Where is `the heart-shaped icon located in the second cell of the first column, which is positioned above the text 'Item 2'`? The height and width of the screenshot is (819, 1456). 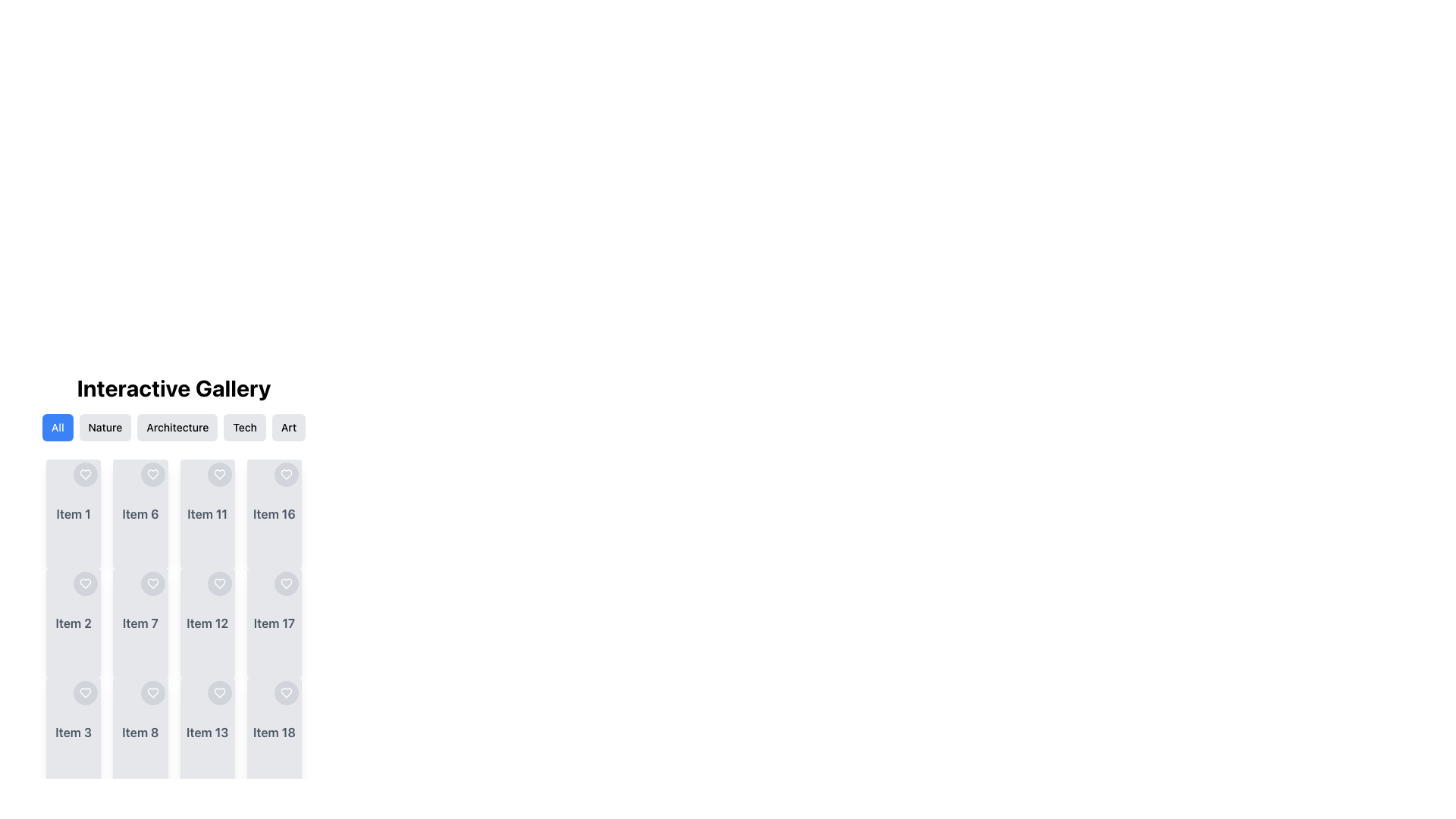 the heart-shaped icon located in the second cell of the first column, which is positioned above the text 'Item 2' is located at coordinates (85, 583).